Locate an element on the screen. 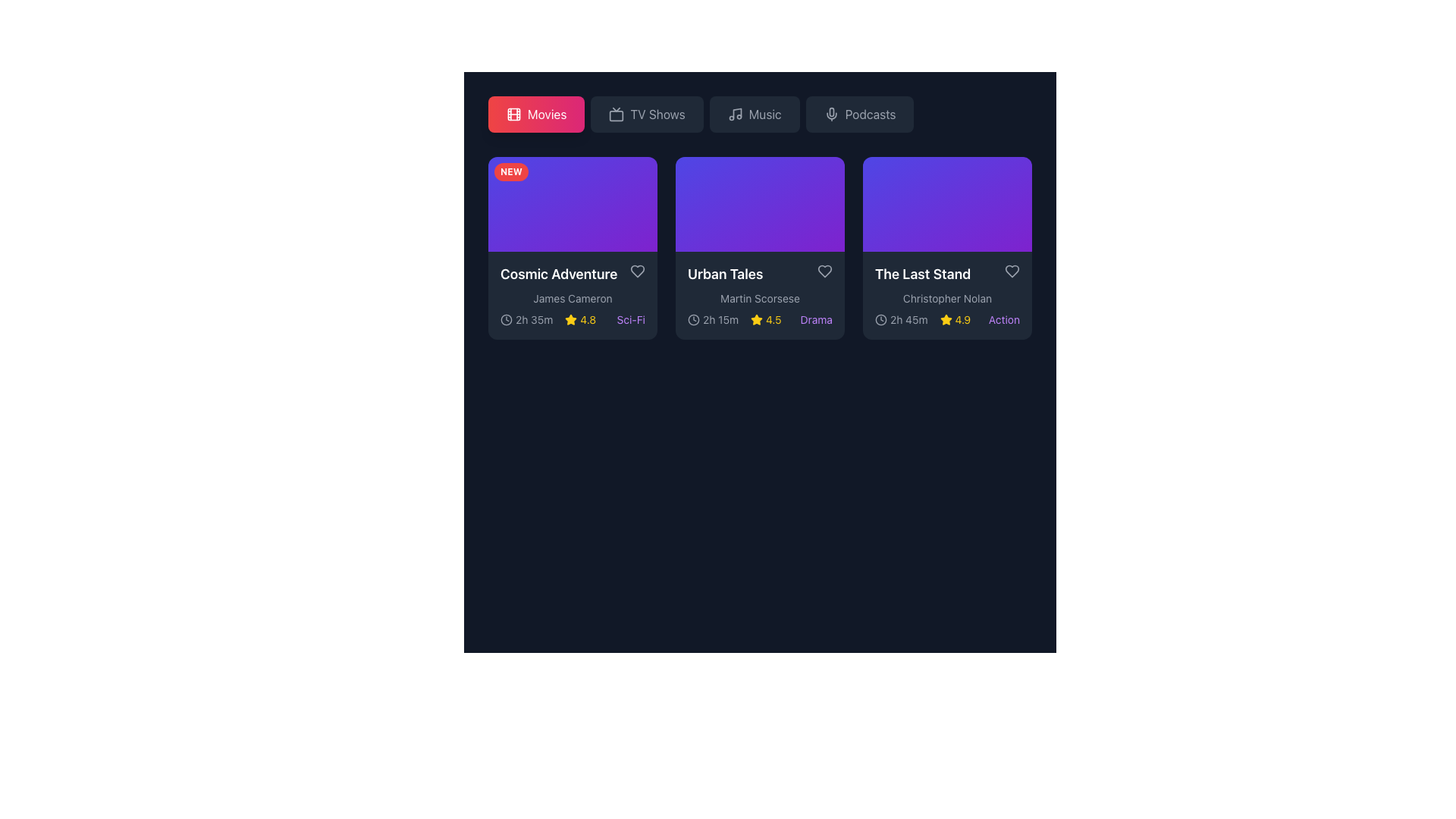 This screenshot has width=1456, height=819. the static text label displaying 'Christopher Nolan', which is located within the card labeled 'The Last Stand' in the lower mid-section of the third column is located at coordinates (946, 299).